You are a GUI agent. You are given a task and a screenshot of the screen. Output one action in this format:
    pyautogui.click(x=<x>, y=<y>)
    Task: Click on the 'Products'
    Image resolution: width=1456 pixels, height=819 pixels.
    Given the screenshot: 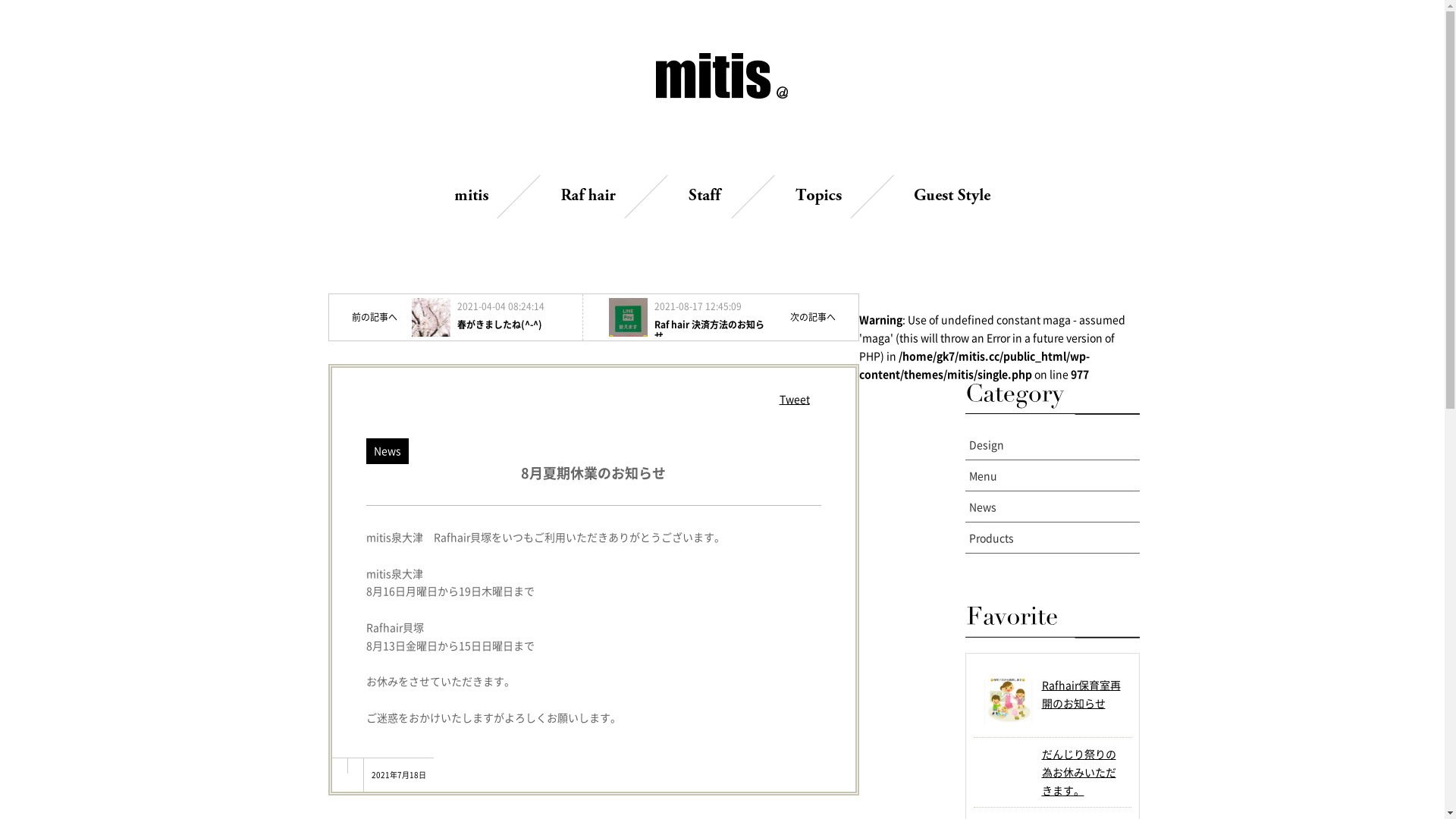 What is the action you would take?
    pyautogui.click(x=1051, y=537)
    